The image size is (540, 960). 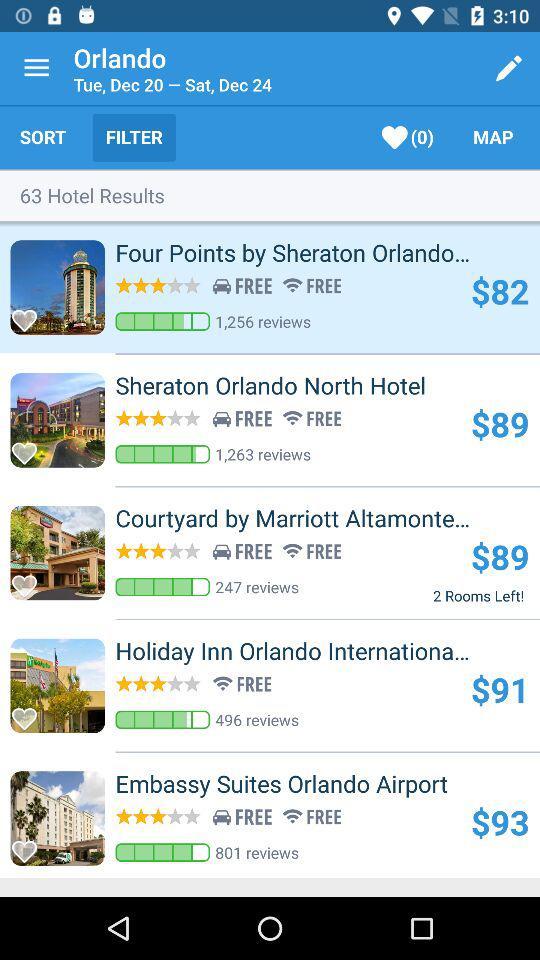 I want to click on the courtyard by marriott, so click(x=327, y=517).